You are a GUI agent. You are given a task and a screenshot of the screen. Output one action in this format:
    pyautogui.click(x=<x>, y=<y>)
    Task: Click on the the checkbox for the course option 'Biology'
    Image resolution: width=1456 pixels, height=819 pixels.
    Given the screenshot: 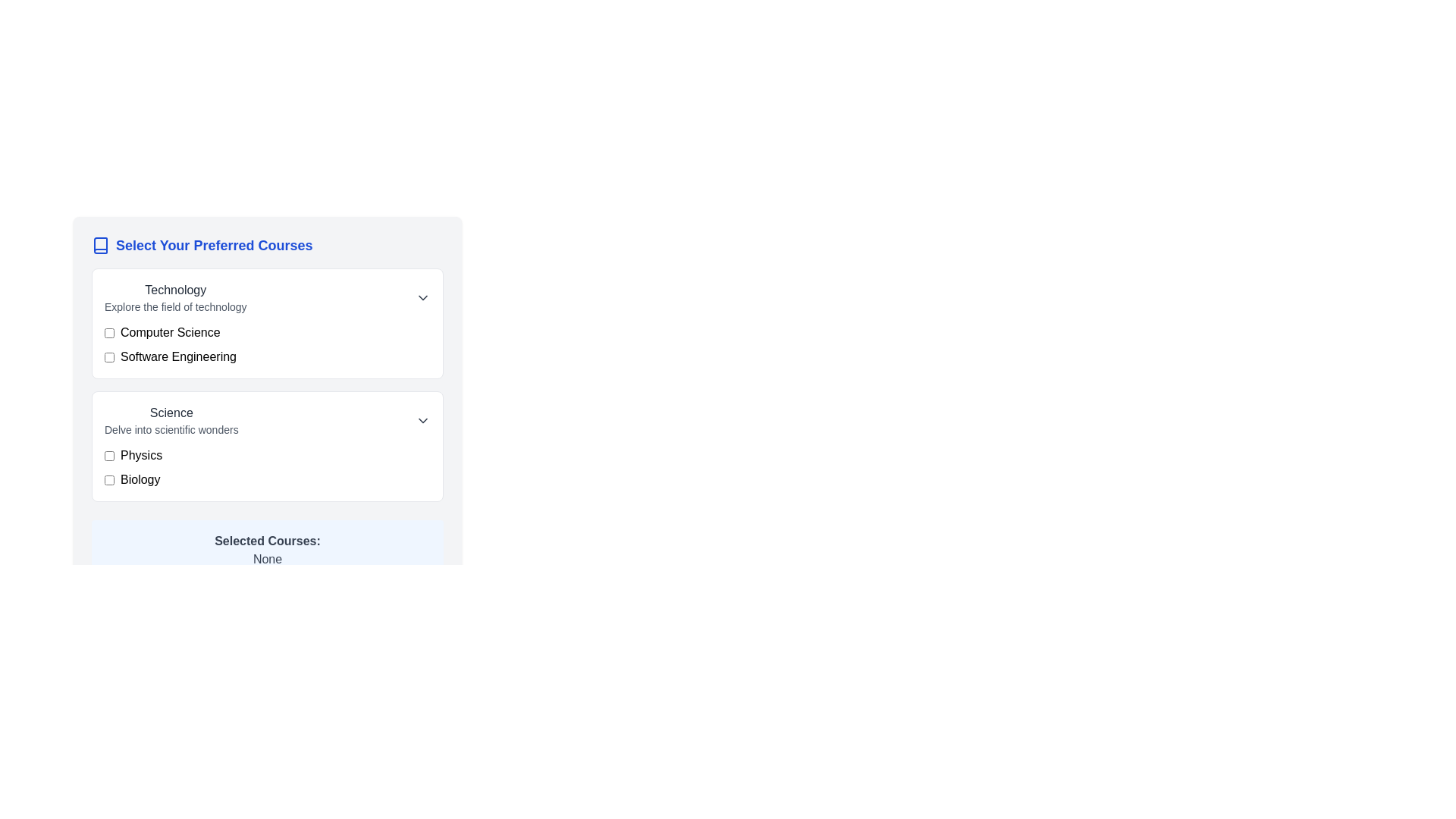 What is the action you would take?
    pyautogui.click(x=108, y=479)
    